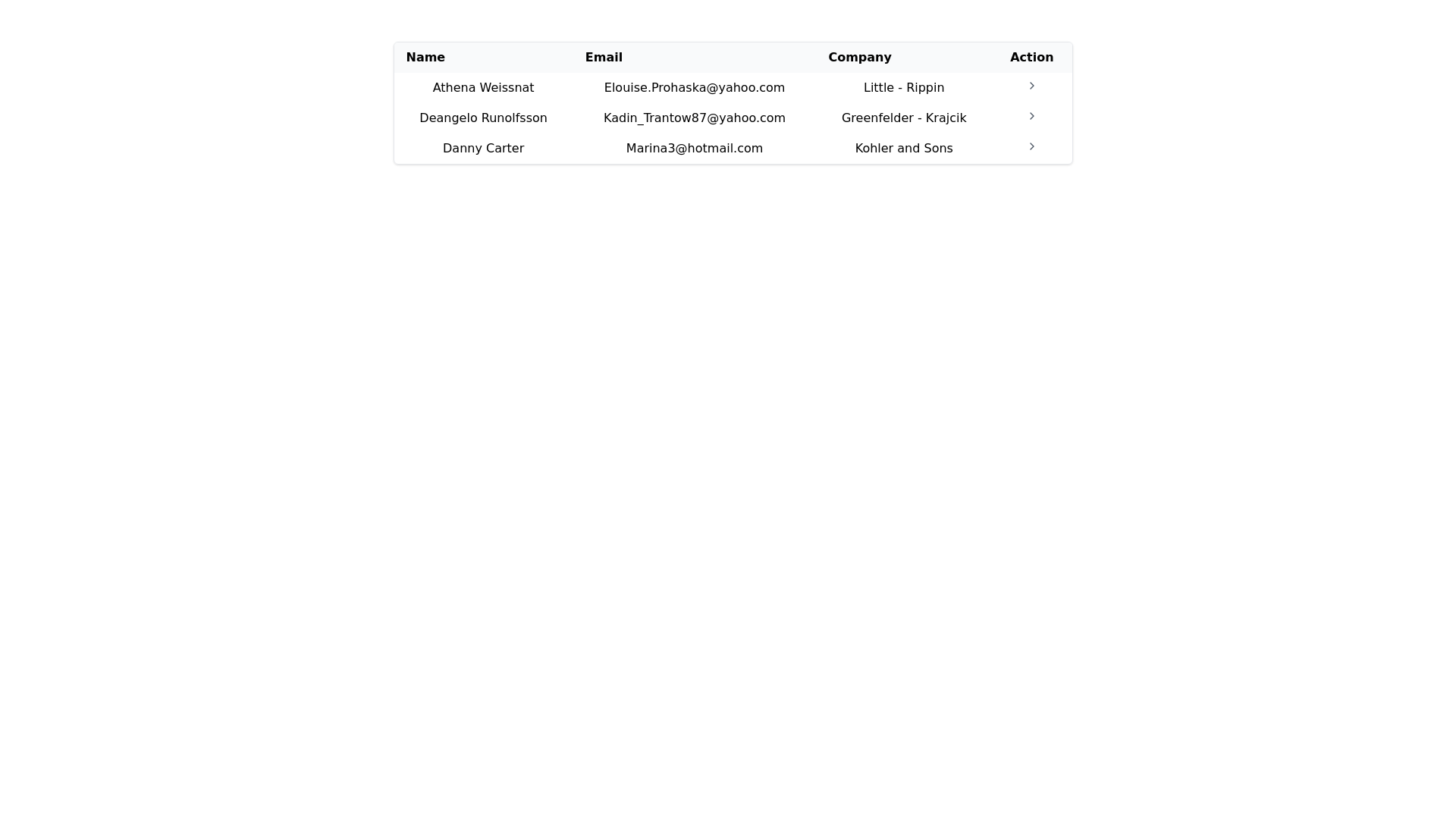 This screenshot has height=819, width=1456. What do you see at coordinates (1031, 87) in the screenshot?
I see `the icon button shaped like a rightward arrow, located in the 'Action' column of the table row aligned with 'Athena Weissnat' and 'Little - Rippin', positioned at the far-right side` at bounding box center [1031, 87].